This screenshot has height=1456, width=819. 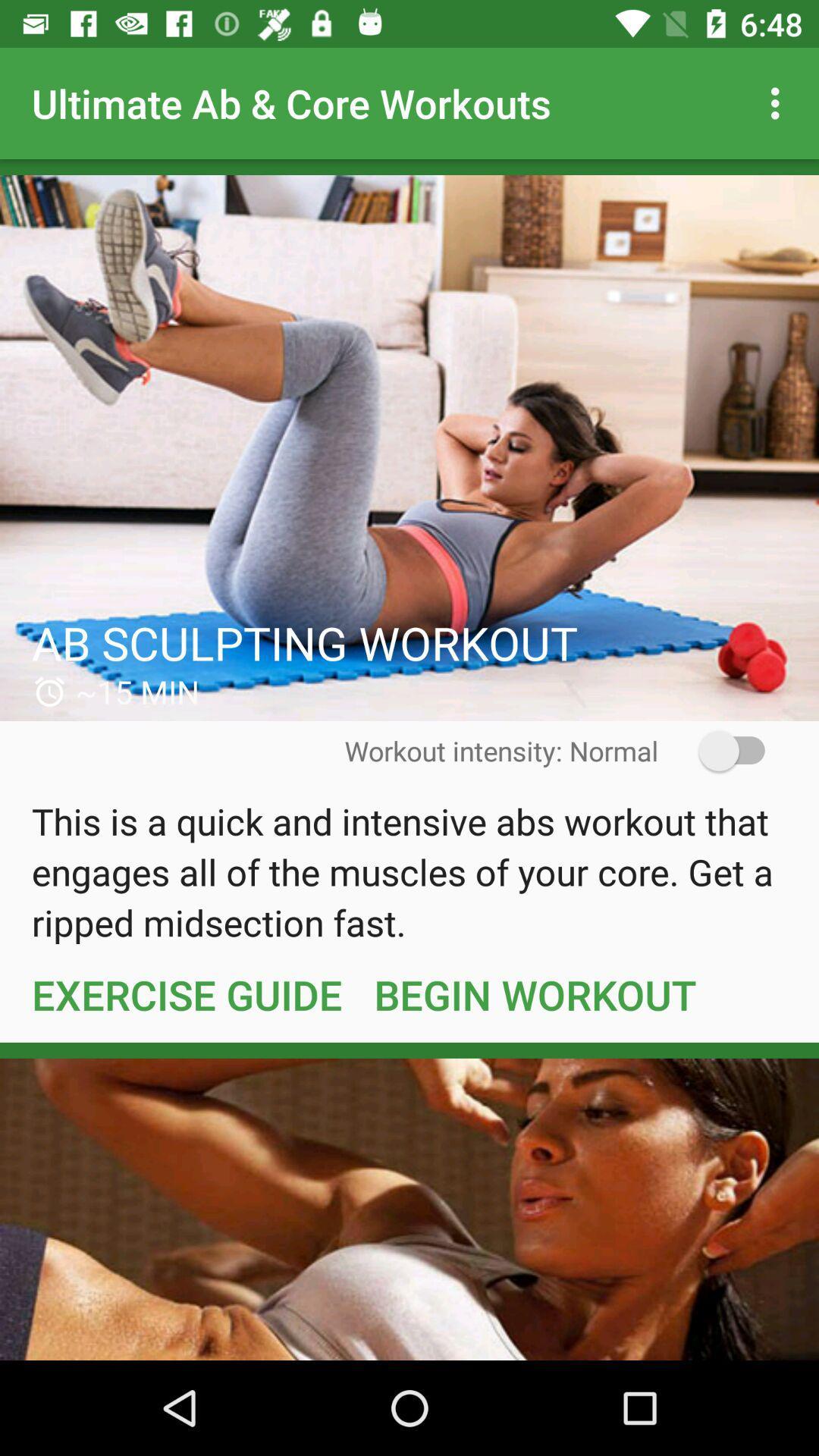 I want to click on the exercise guide item, so click(x=186, y=994).